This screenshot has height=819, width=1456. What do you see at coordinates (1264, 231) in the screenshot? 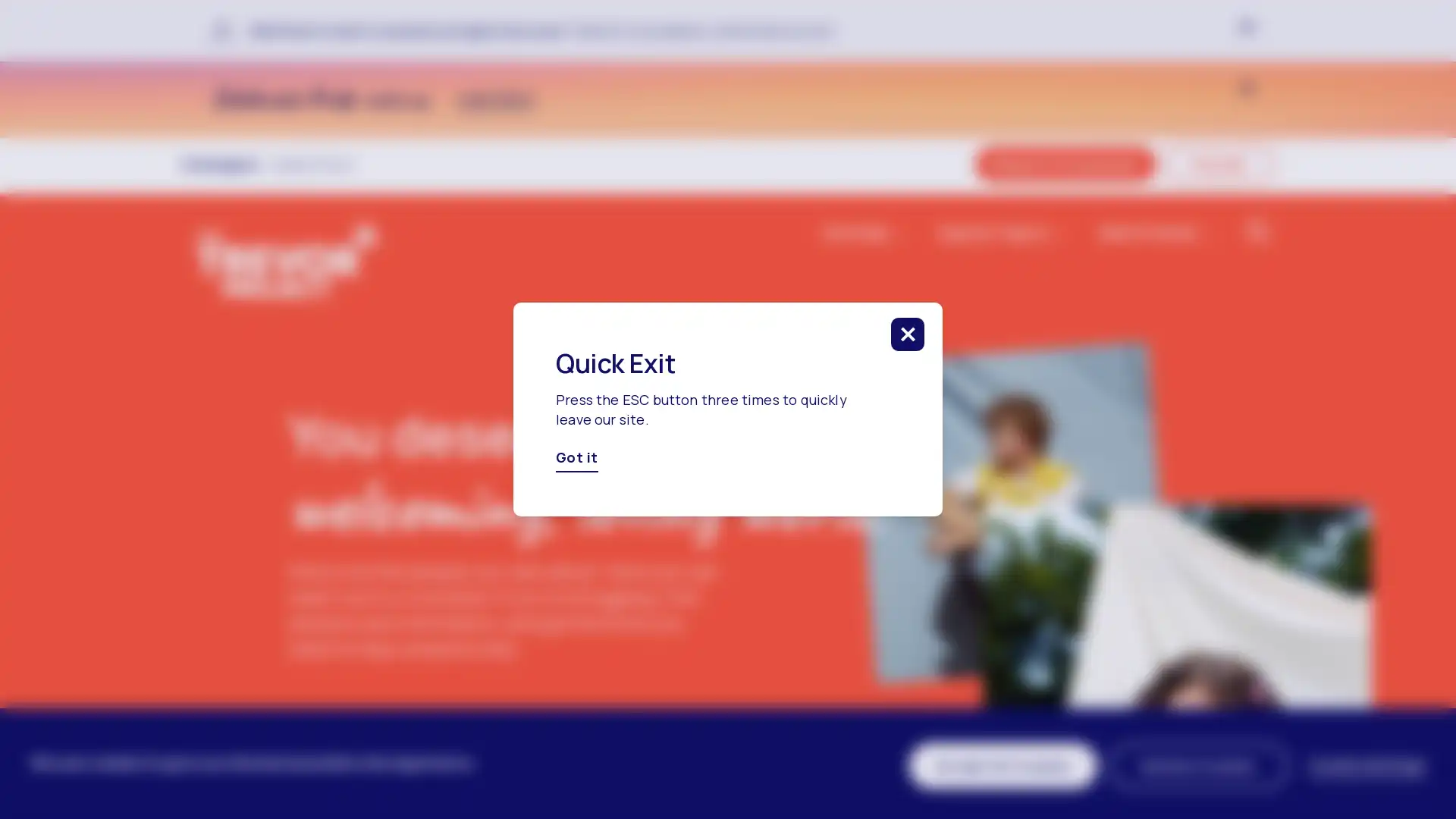
I see `click to search in the website` at bounding box center [1264, 231].